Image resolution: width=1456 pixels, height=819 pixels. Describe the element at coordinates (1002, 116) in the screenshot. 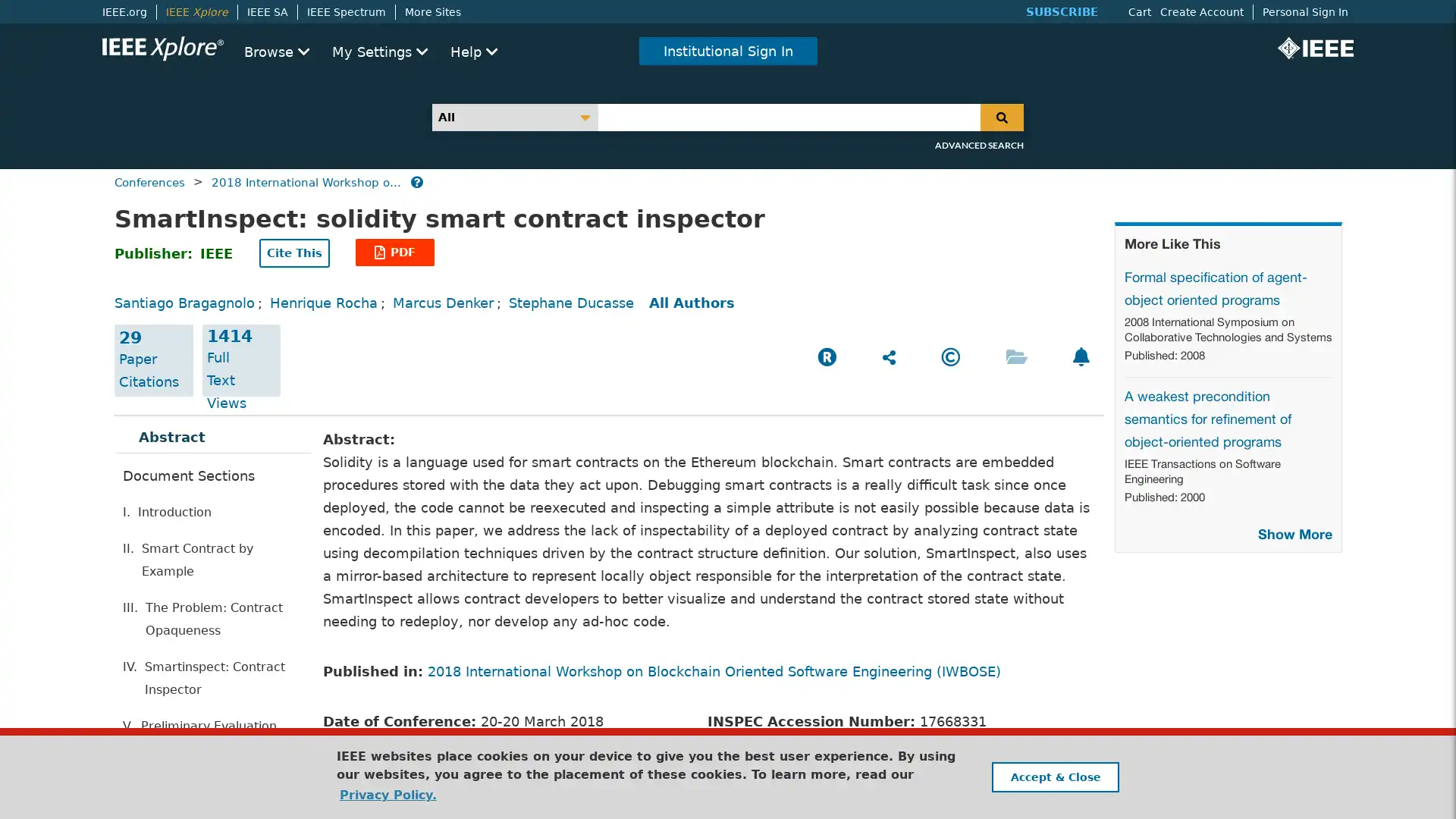

I see `Search` at that location.